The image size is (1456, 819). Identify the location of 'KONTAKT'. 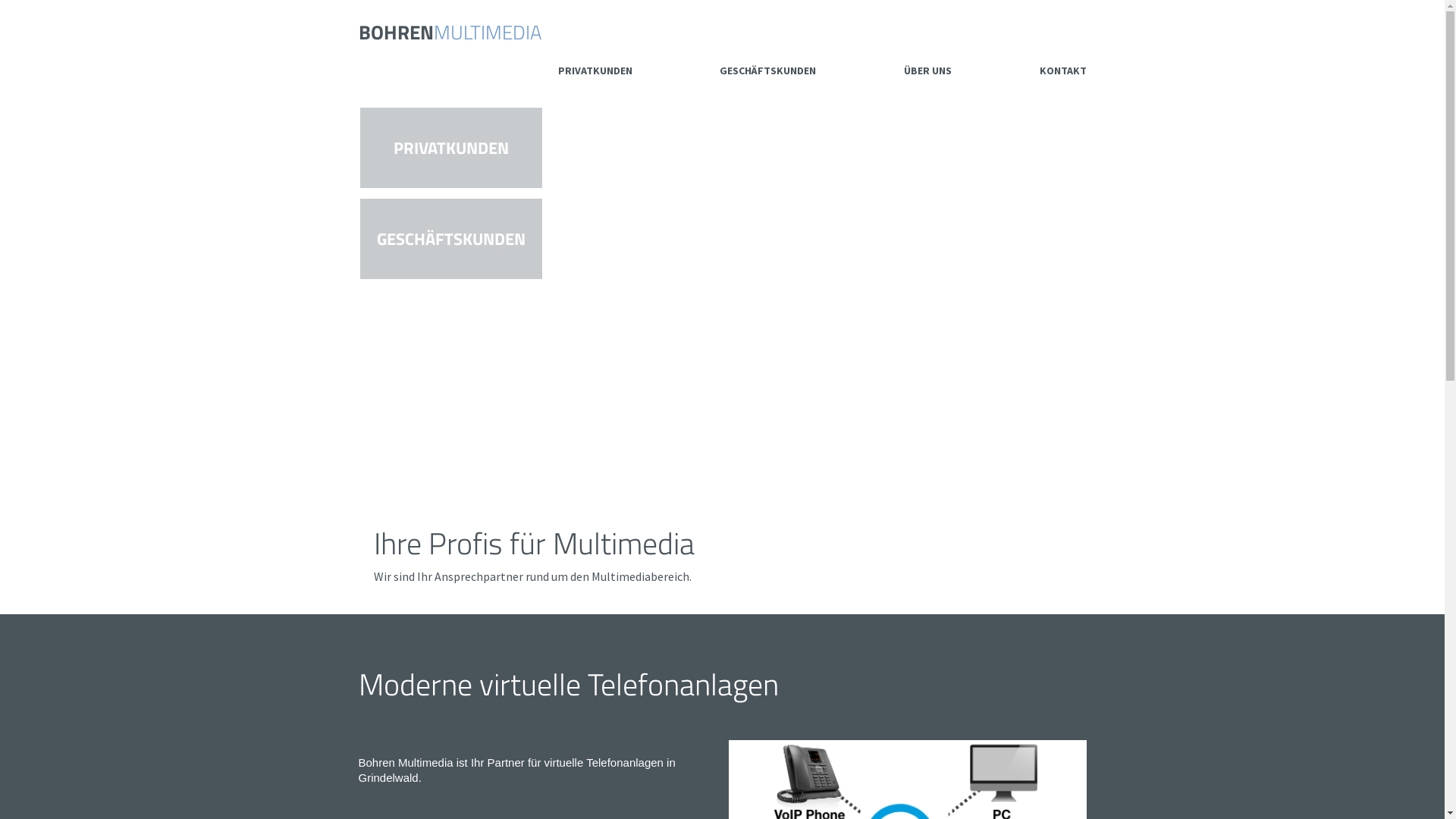
(1062, 70).